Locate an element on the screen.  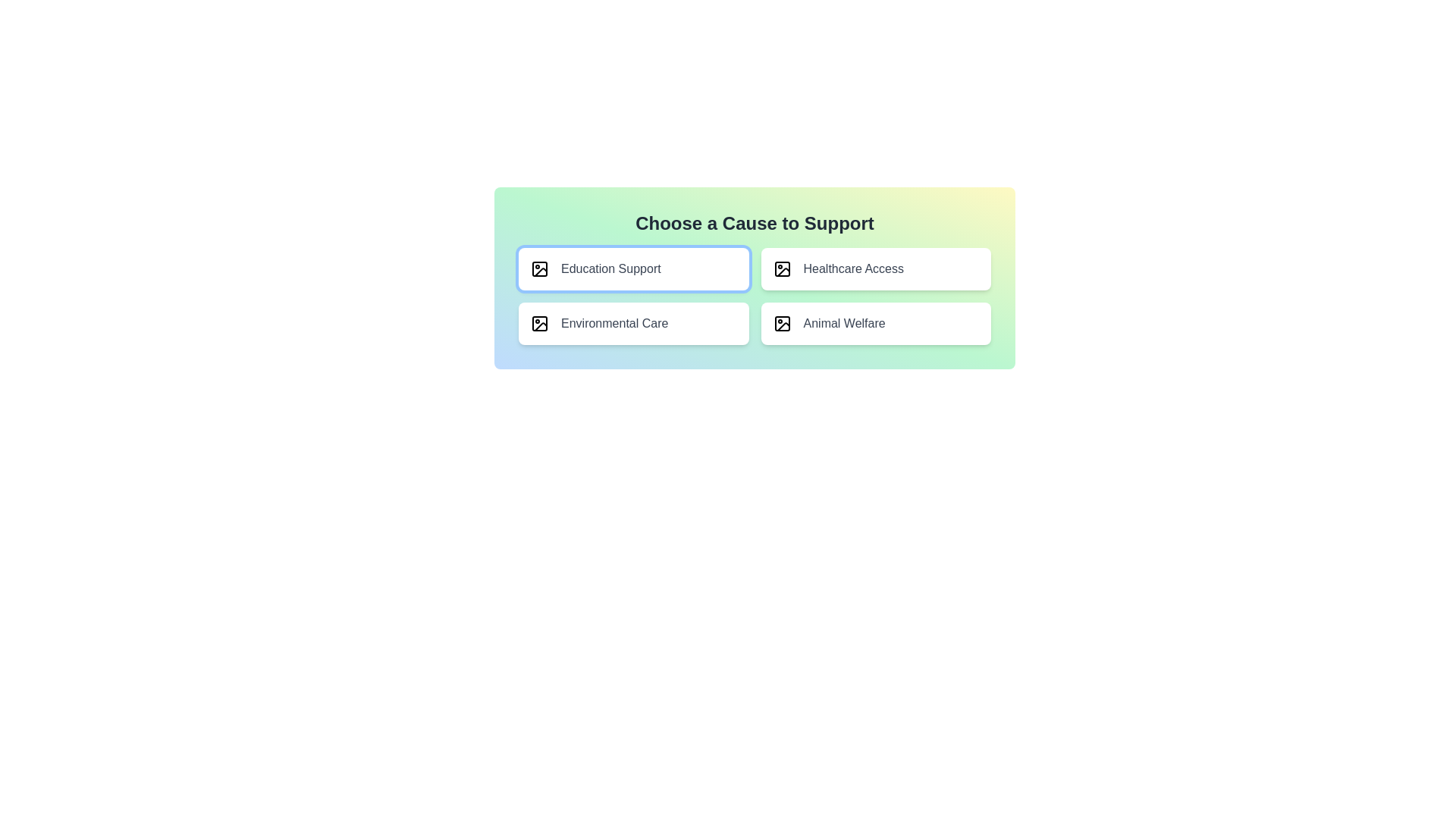
the 'Education Support' selectable card is located at coordinates (633, 268).